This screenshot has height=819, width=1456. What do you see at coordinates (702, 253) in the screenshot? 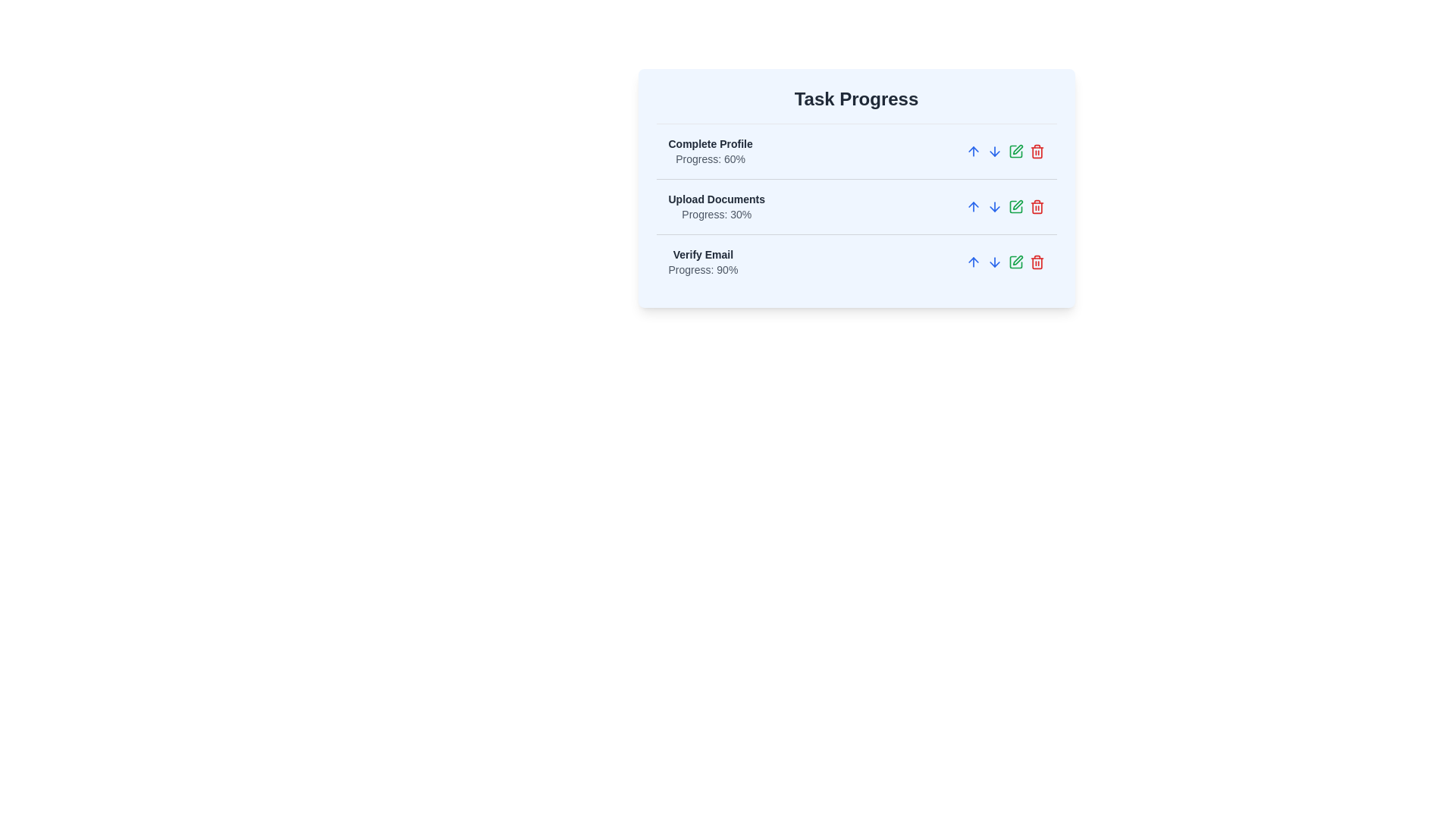
I see `the 'Verify Email' label, which prominently displays the phrase in bold dark gray font, located in the upper portion of a progress section` at bounding box center [702, 253].